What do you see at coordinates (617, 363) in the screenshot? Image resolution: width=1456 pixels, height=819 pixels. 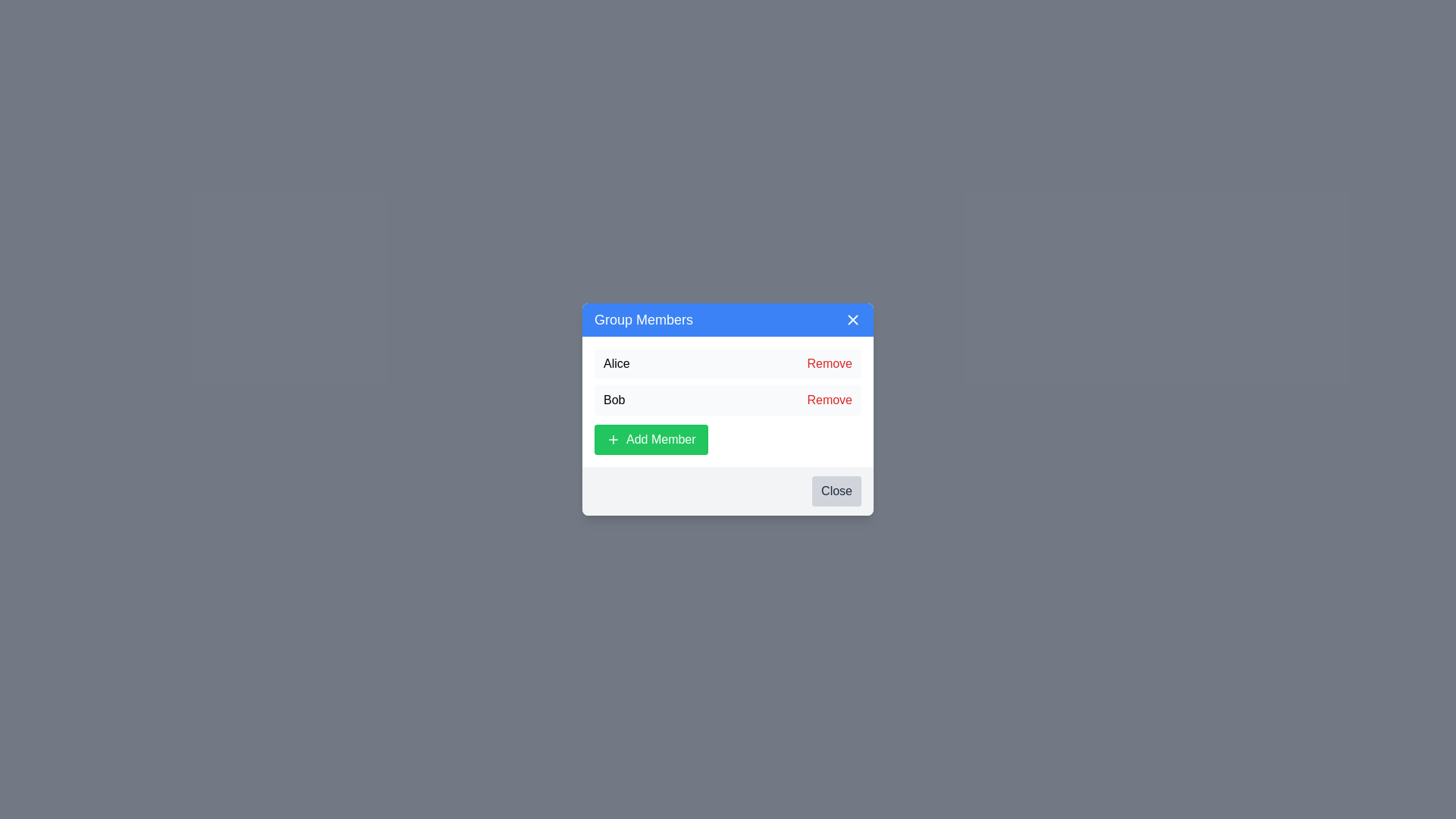 I see `the text label displaying the name 'Alice' in the 'Group Members' dialog box, which is the first item in the member list` at bounding box center [617, 363].